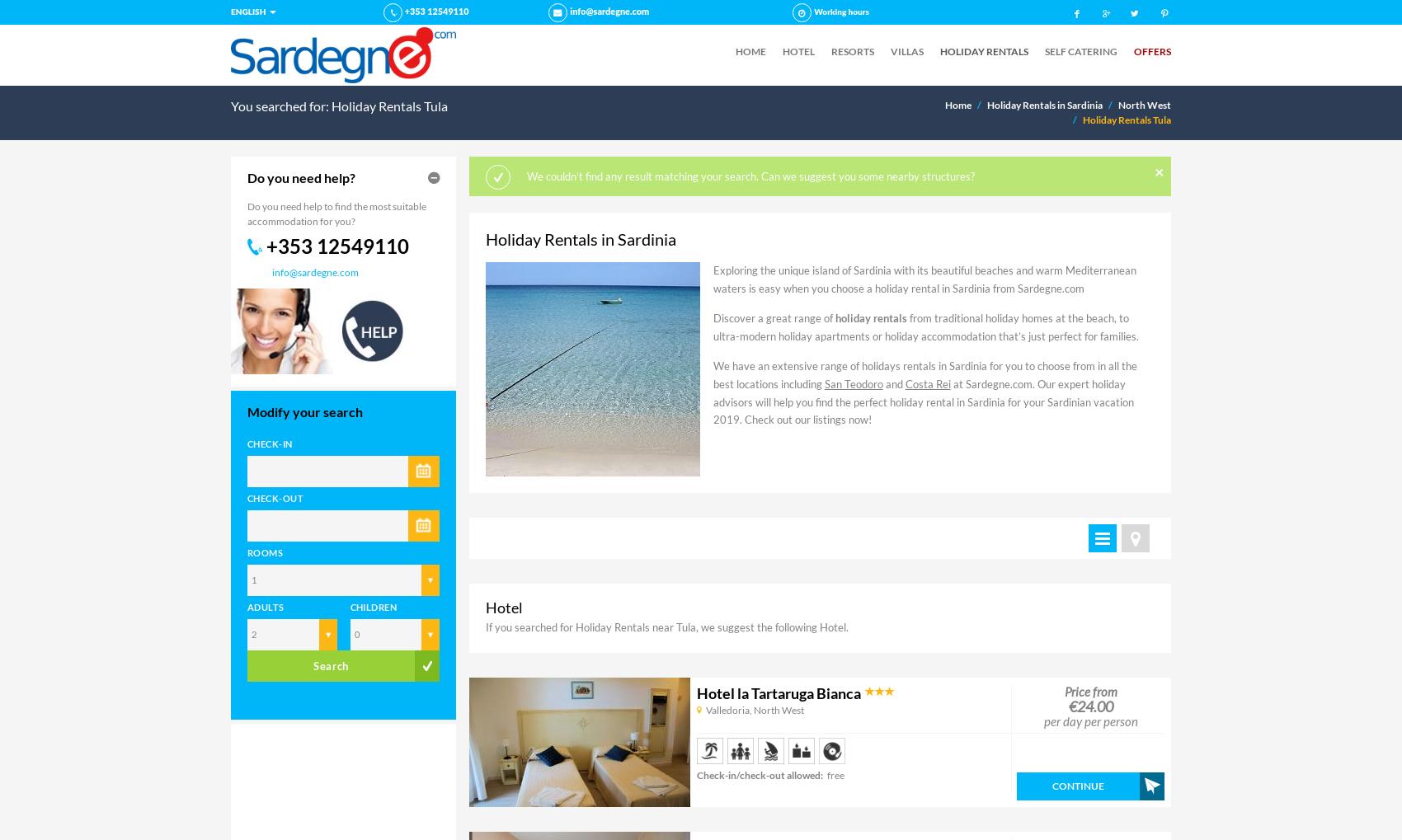 The height and width of the screenshot is (840, 1402). I want to click on ',', so click(748, 708).